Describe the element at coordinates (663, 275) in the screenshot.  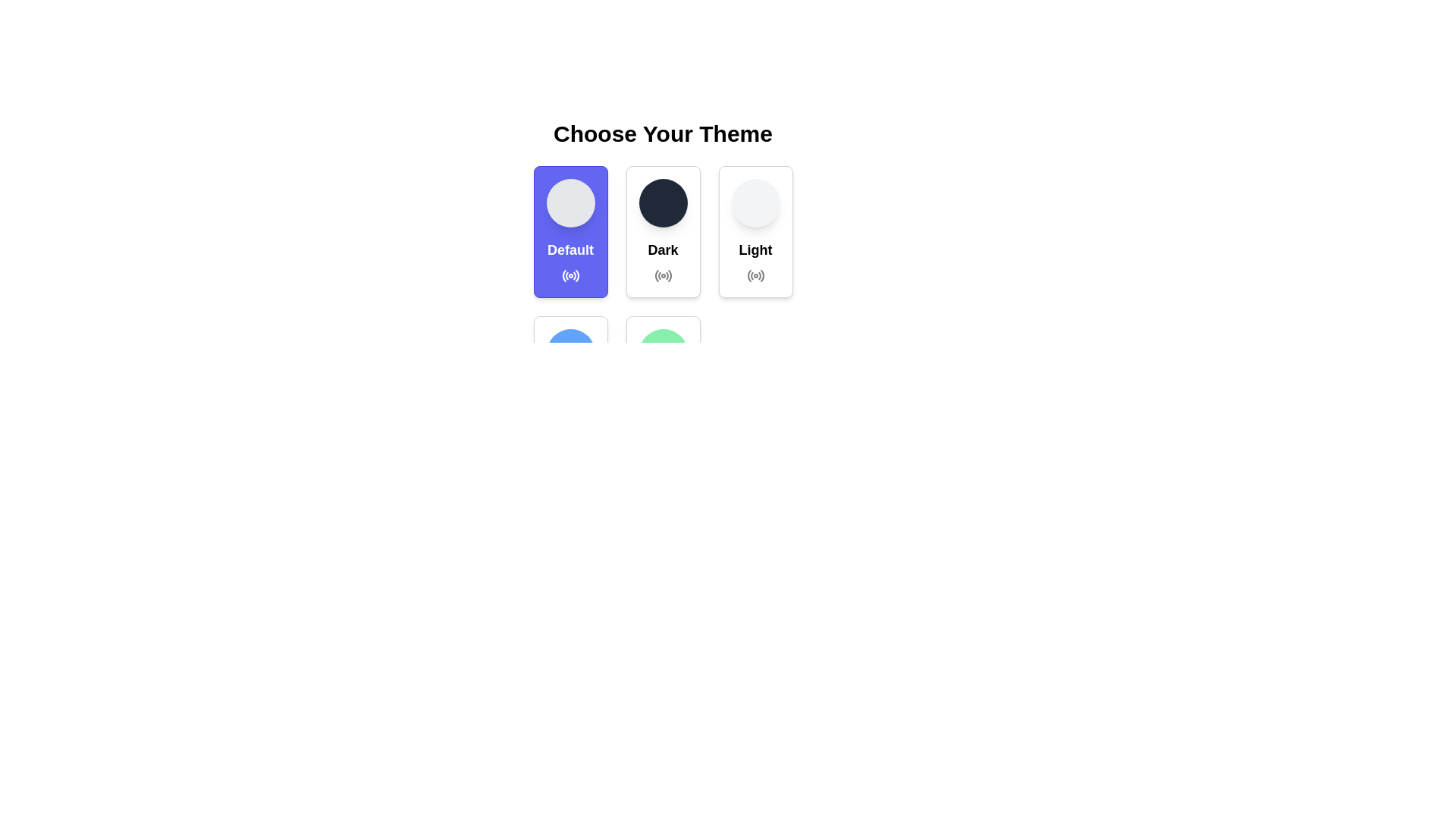
I see `the circular radio signal SVG icon located below the 'Dark' label within its selectable card` at that location.